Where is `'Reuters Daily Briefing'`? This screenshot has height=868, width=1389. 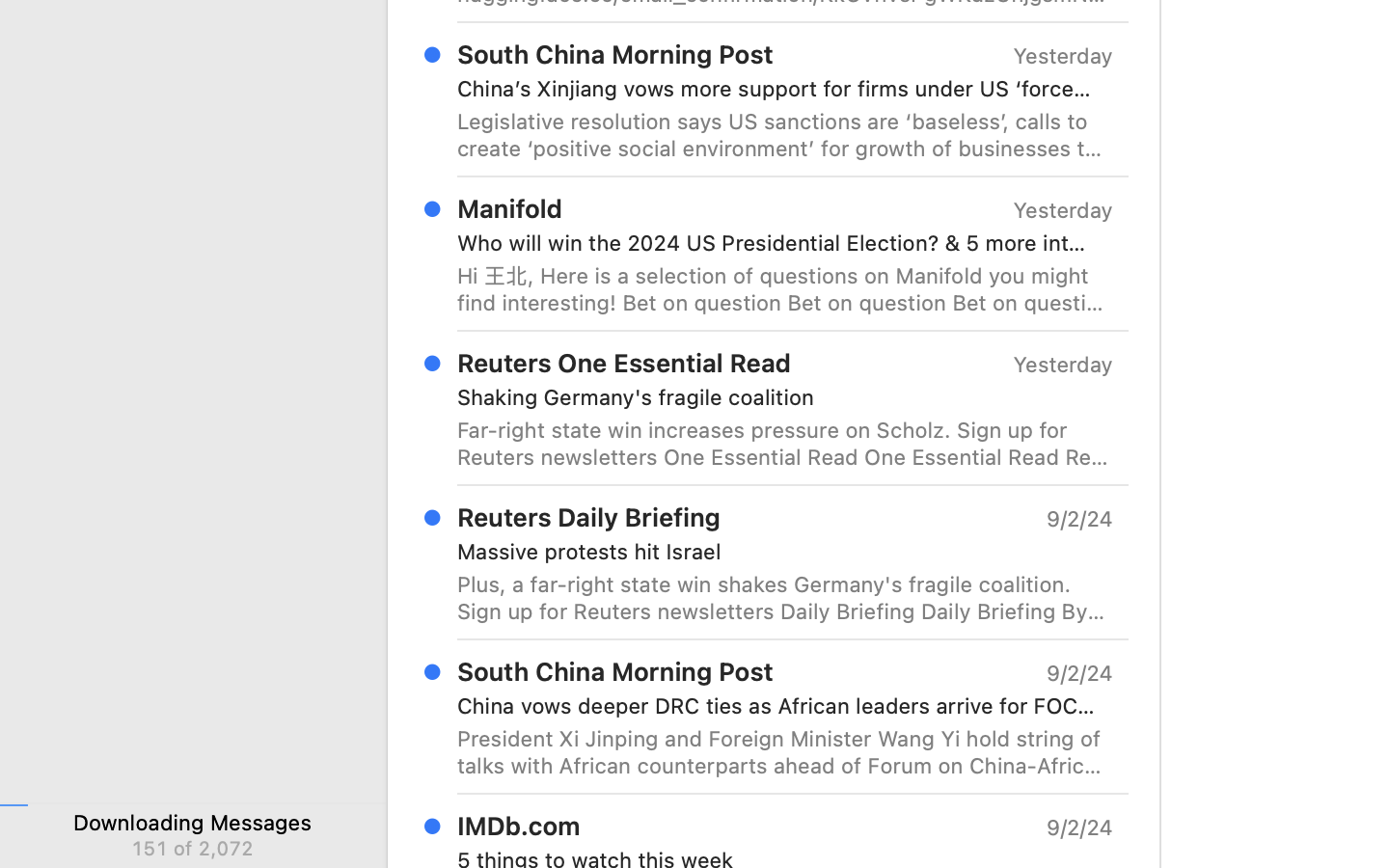 'Reuters Daily Briefing' is located at coordinates (587, 516).